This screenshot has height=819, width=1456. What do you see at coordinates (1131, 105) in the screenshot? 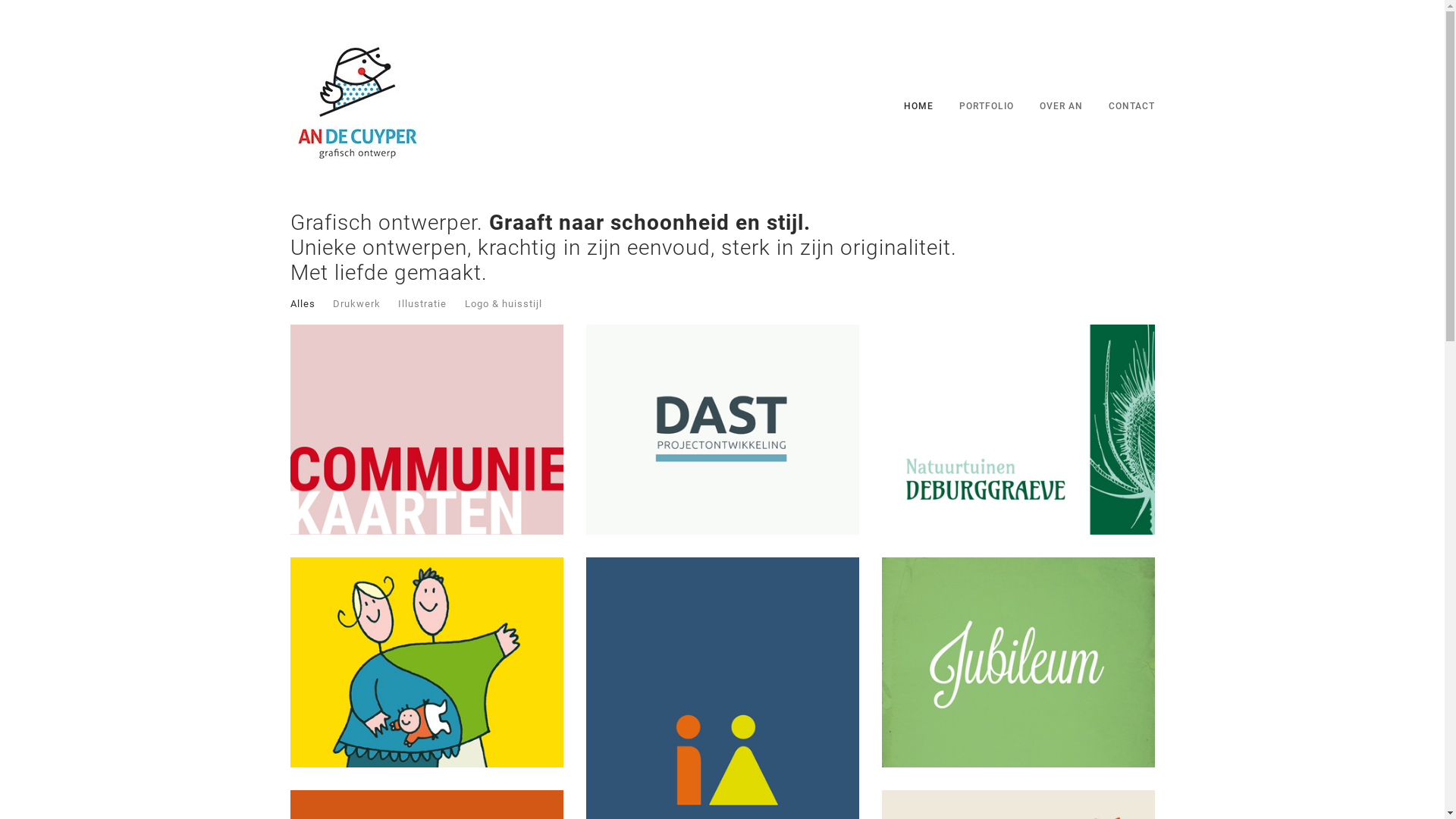
I see `'CONTACT'` at bounding box center [1131, 105].